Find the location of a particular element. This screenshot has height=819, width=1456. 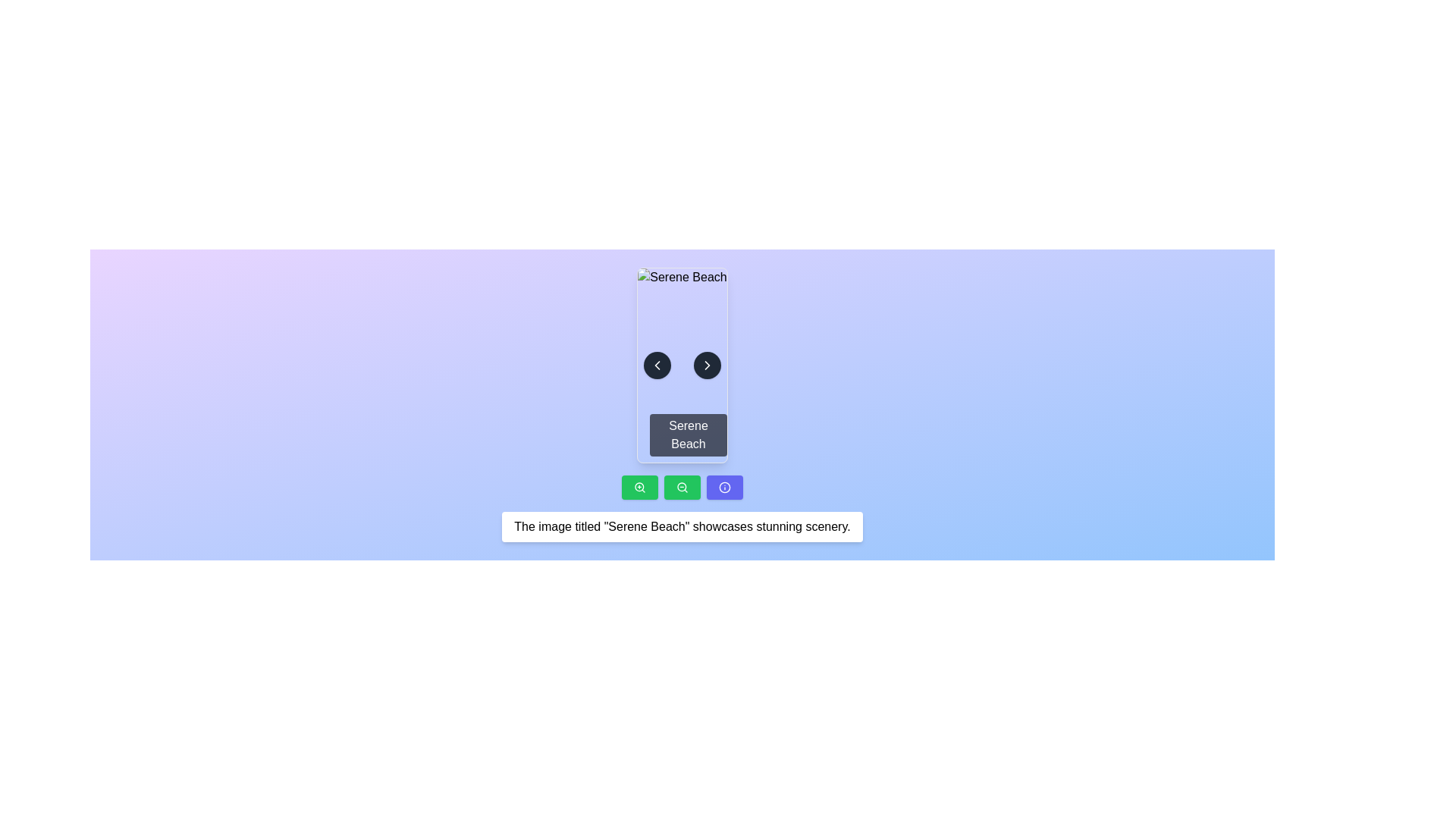

the first button in the group of three buttons to zoom in on the content or image displayed above is located at coordinates (640, 488).